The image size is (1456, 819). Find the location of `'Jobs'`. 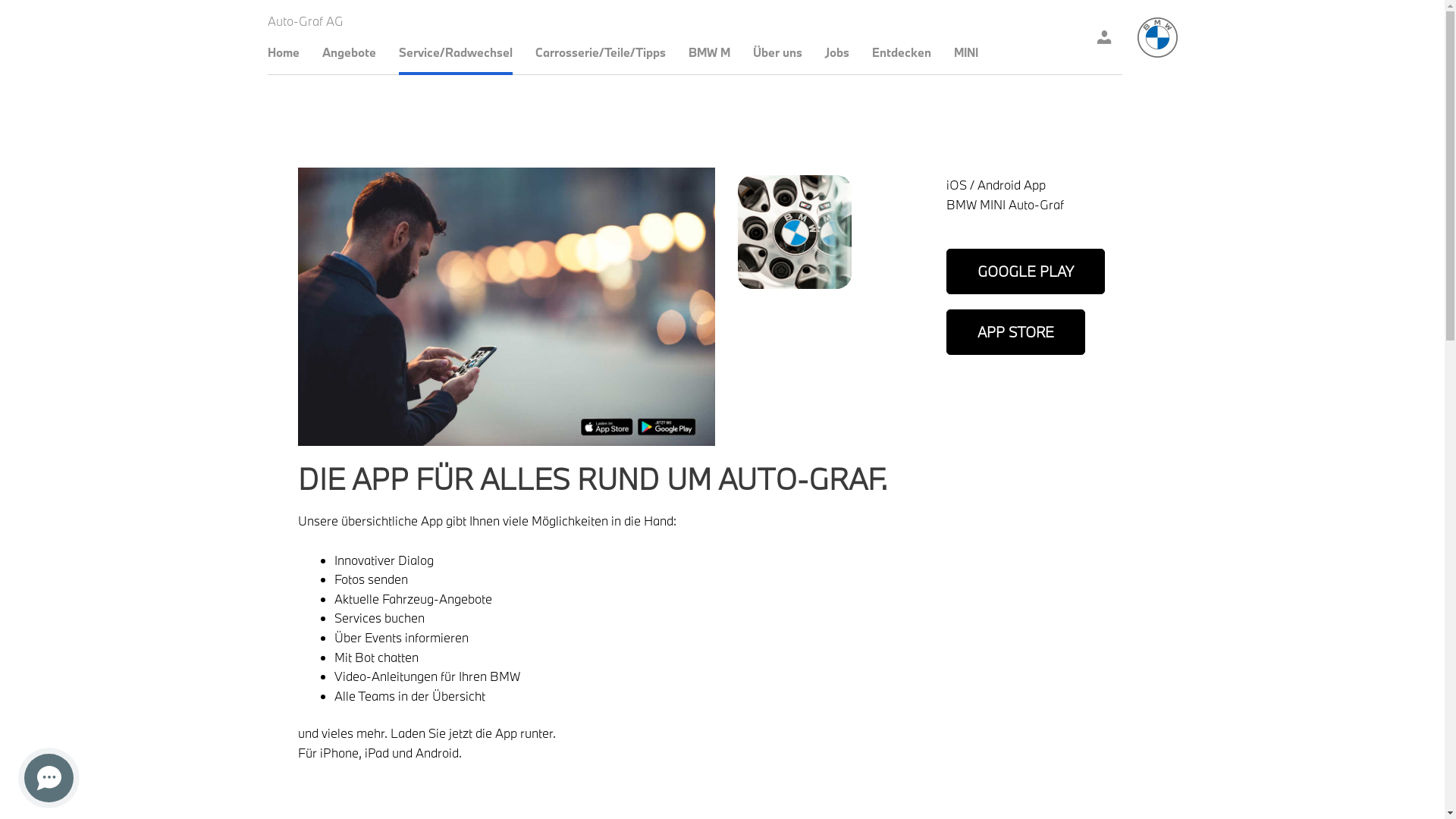

'Jobs' is located at coordinates (836, 51).